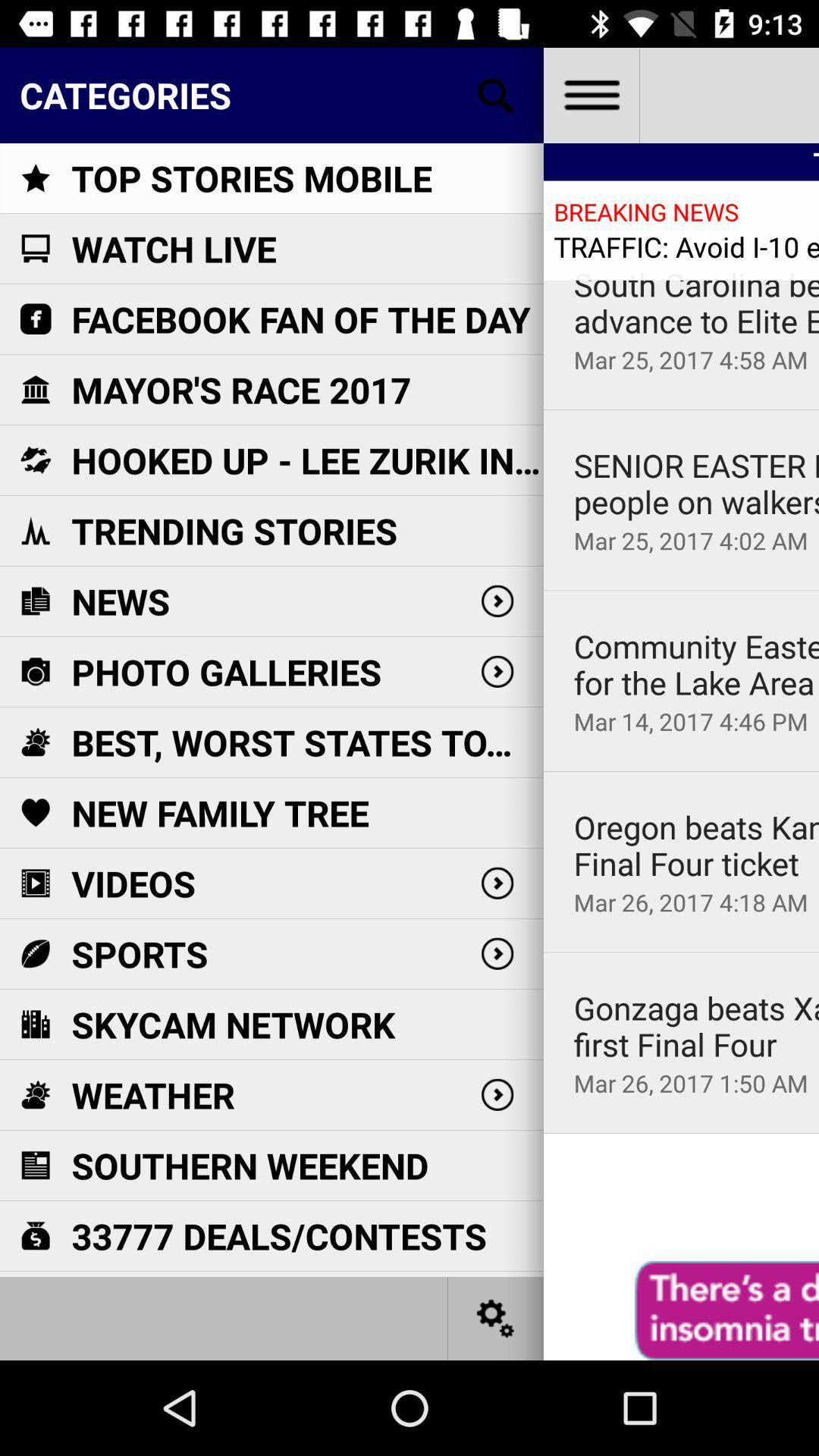 The image size is (819, 1456). What do you see at coordinates (496, 94) in the screenshot?
I see `the search icon` at bounding box center [496, 94].